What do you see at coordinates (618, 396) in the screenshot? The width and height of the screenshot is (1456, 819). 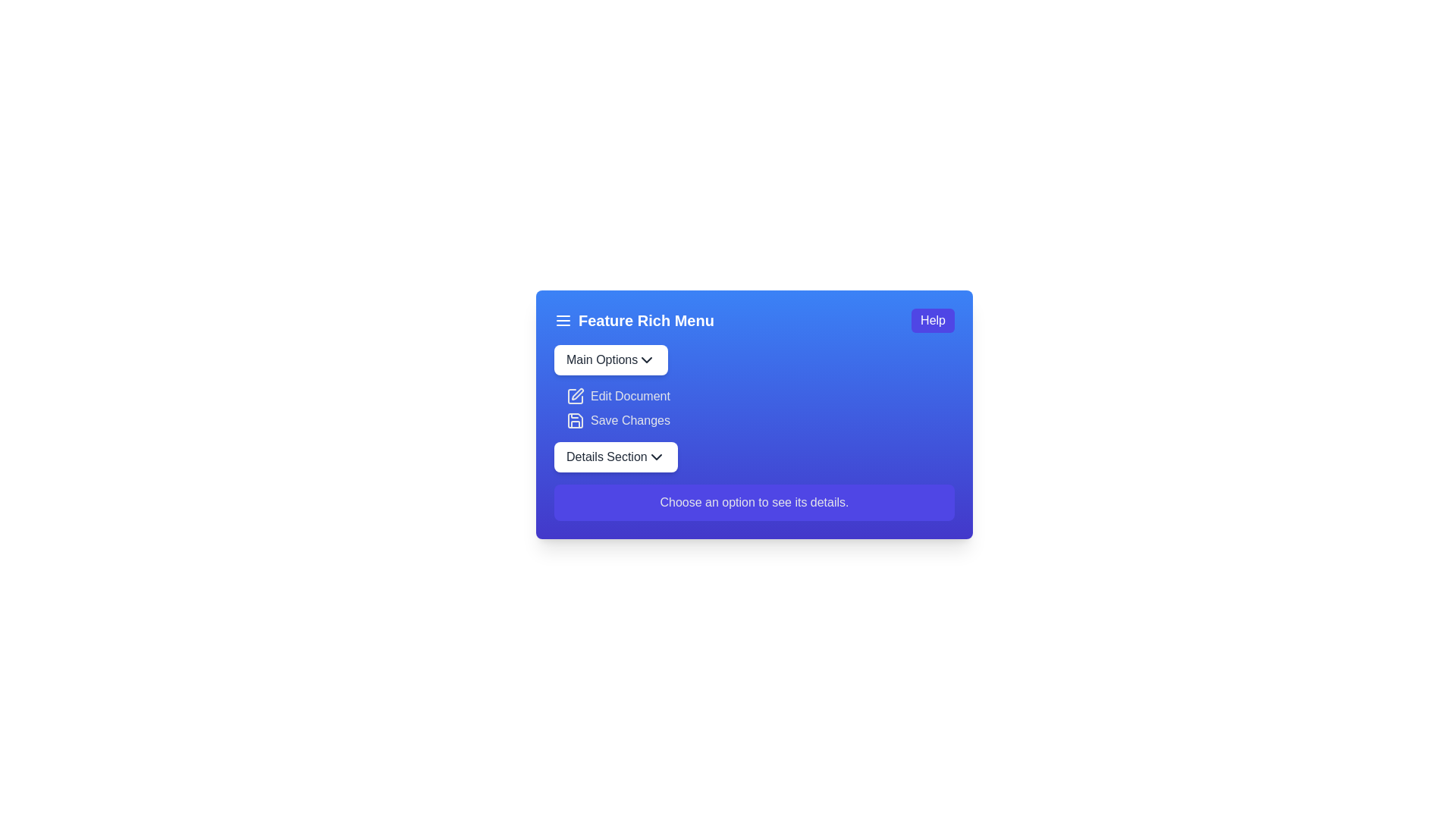 I see `the 'Edit Document' button located in the second row of the 'Feature Rich Menu' card under the 'Main Options' button, which features a pen-shaped icon to the left` at bounding box center [618, 396].